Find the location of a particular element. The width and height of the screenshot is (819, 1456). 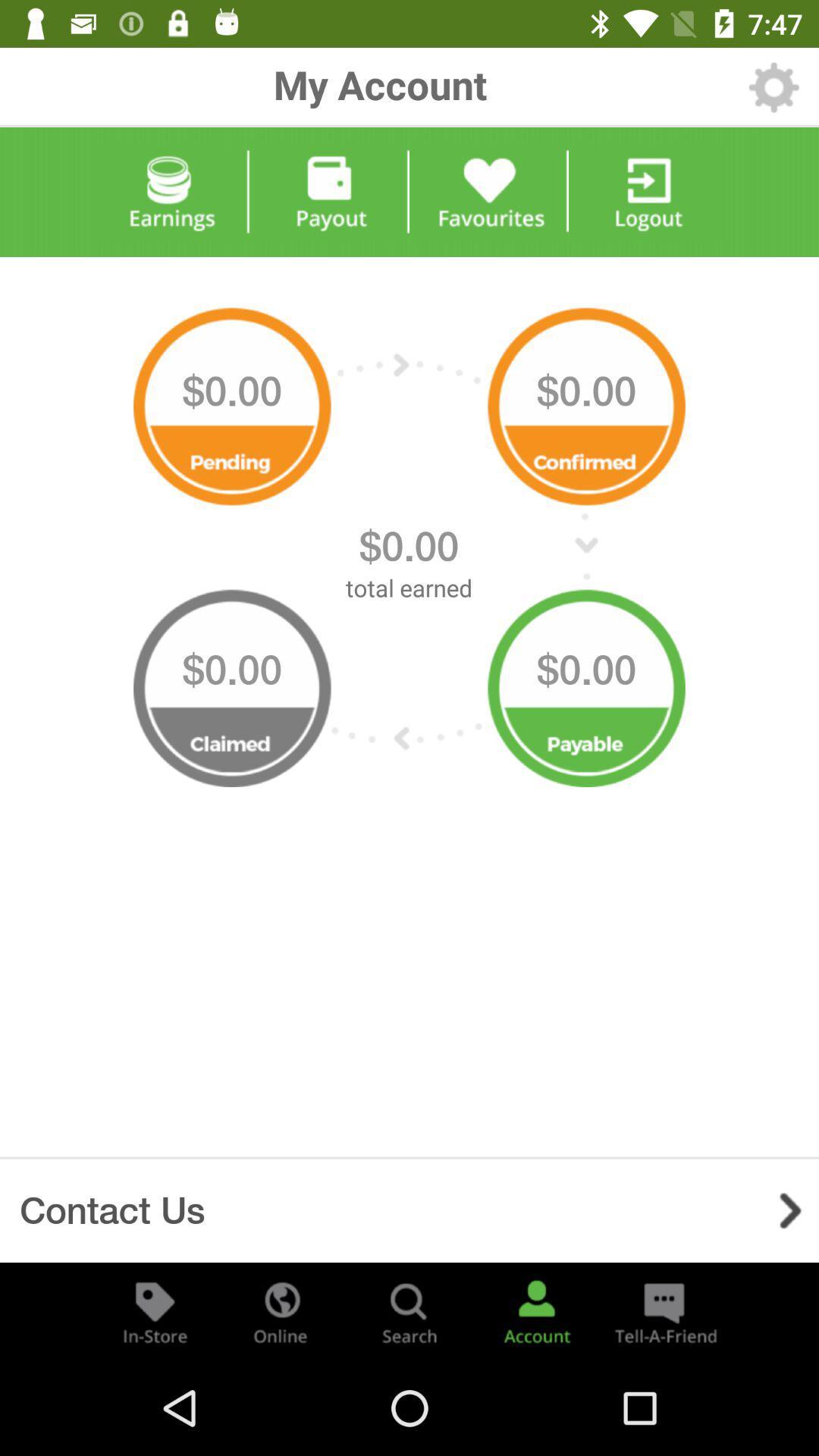

the label icon is located at coordinates (155, 1310).